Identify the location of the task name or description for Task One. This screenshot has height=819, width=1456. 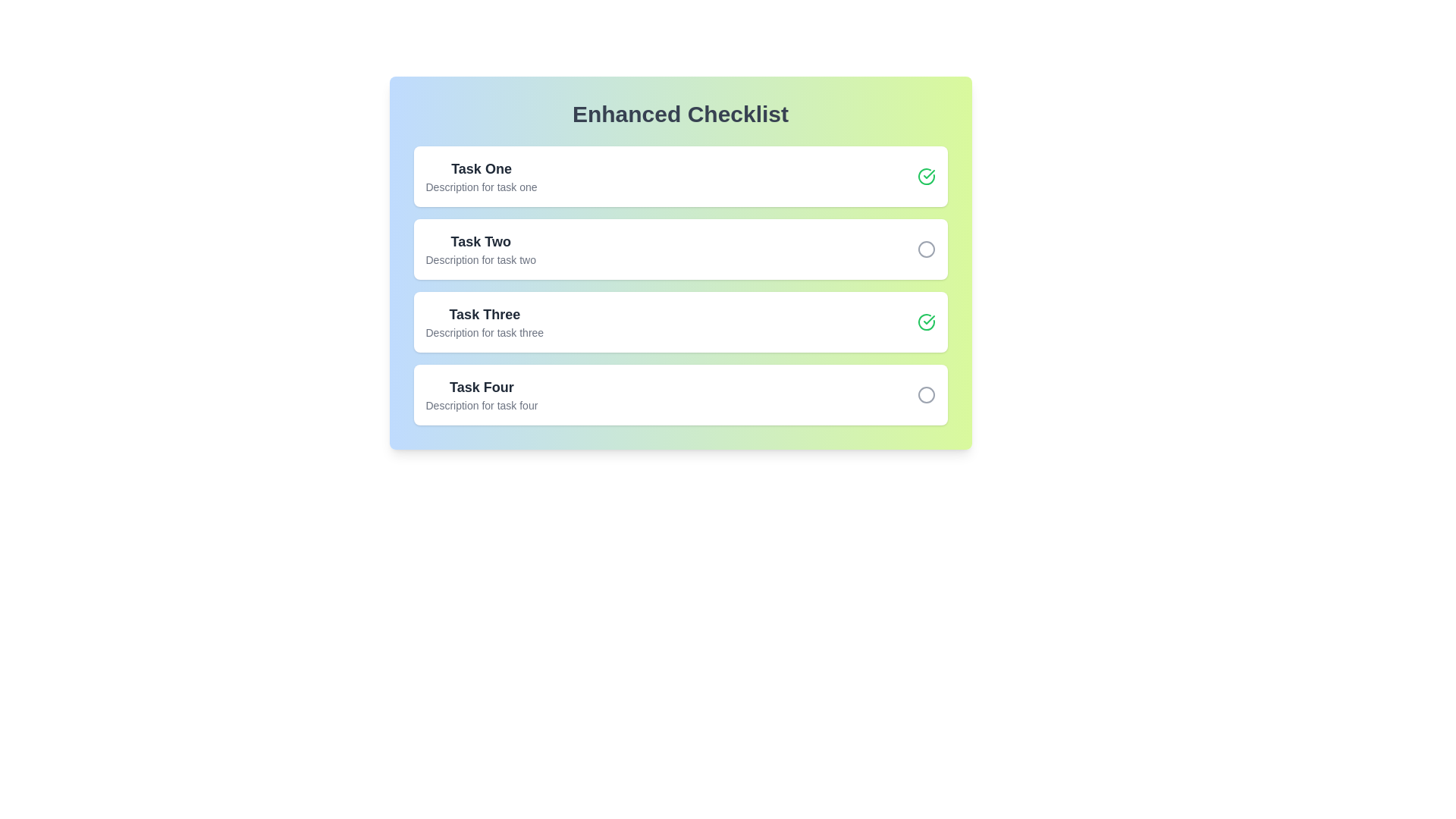
(480, 169).